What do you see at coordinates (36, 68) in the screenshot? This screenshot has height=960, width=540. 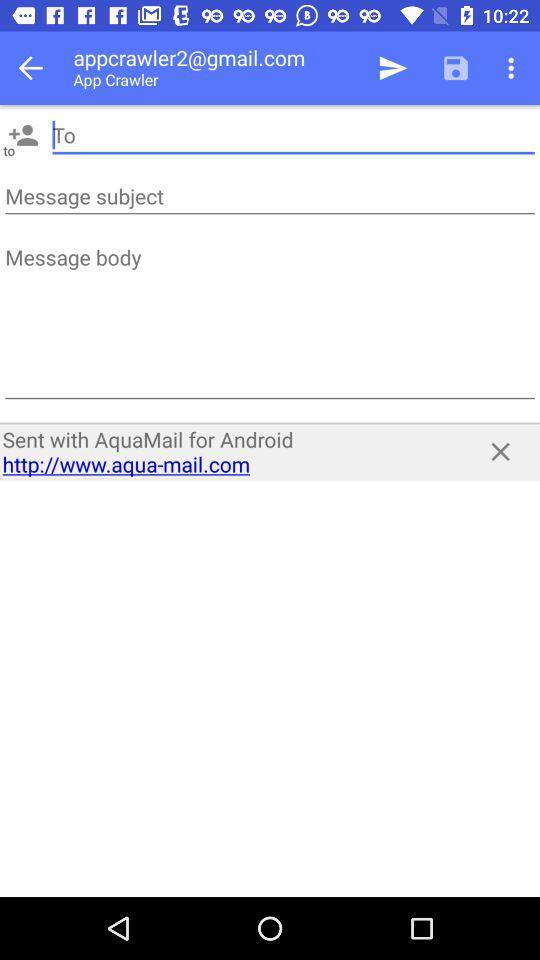 I see `icon next to the appcrawler2@gmail.com app` at bounding box center [36, 68].